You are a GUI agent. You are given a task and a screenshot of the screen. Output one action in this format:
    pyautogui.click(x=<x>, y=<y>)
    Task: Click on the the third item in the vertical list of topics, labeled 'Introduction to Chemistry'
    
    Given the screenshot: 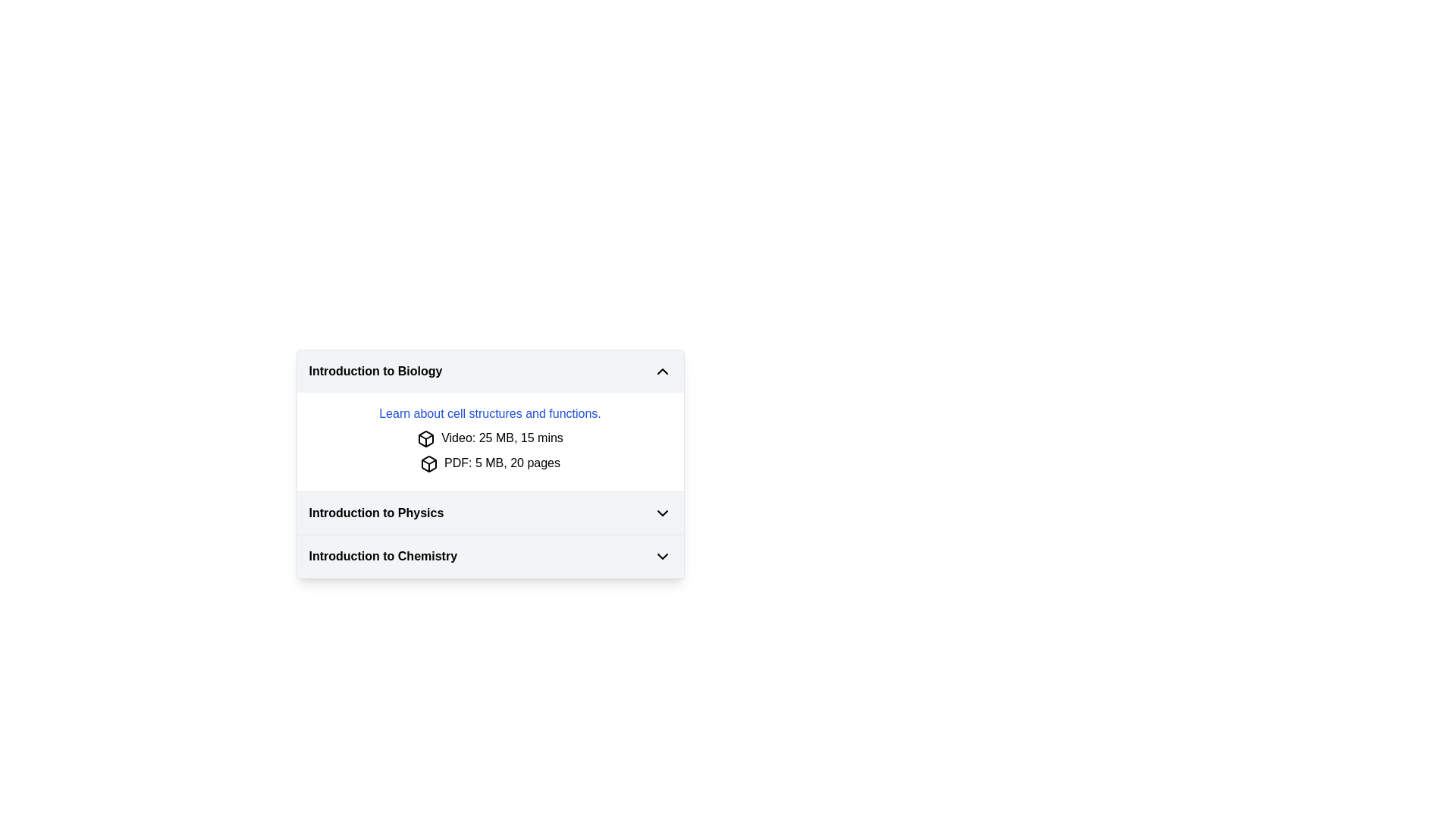 What is the action you would take?
    pyautogui.click(x=490, y=556)
    